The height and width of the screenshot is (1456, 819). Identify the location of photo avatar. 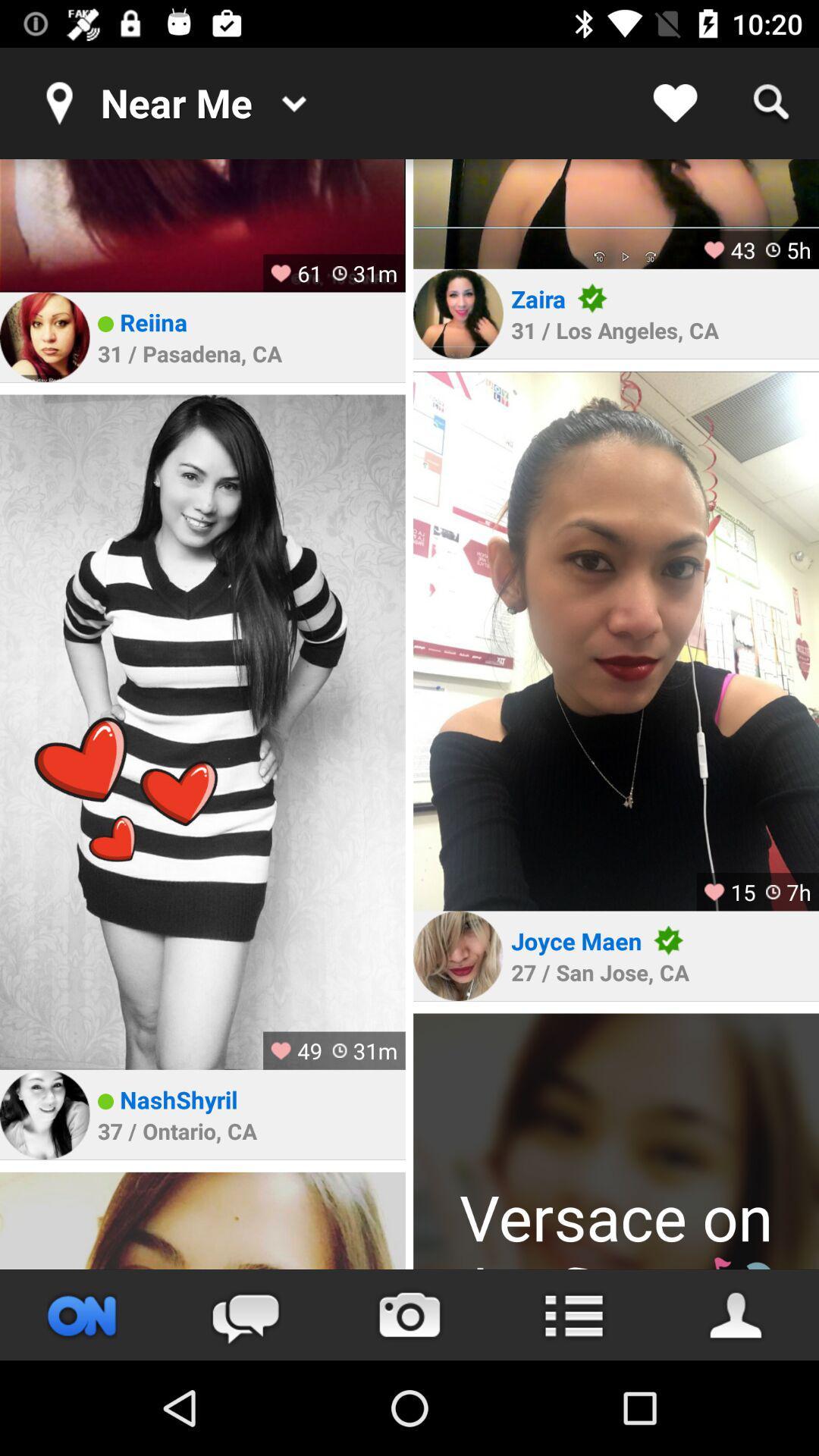
(457, 955).